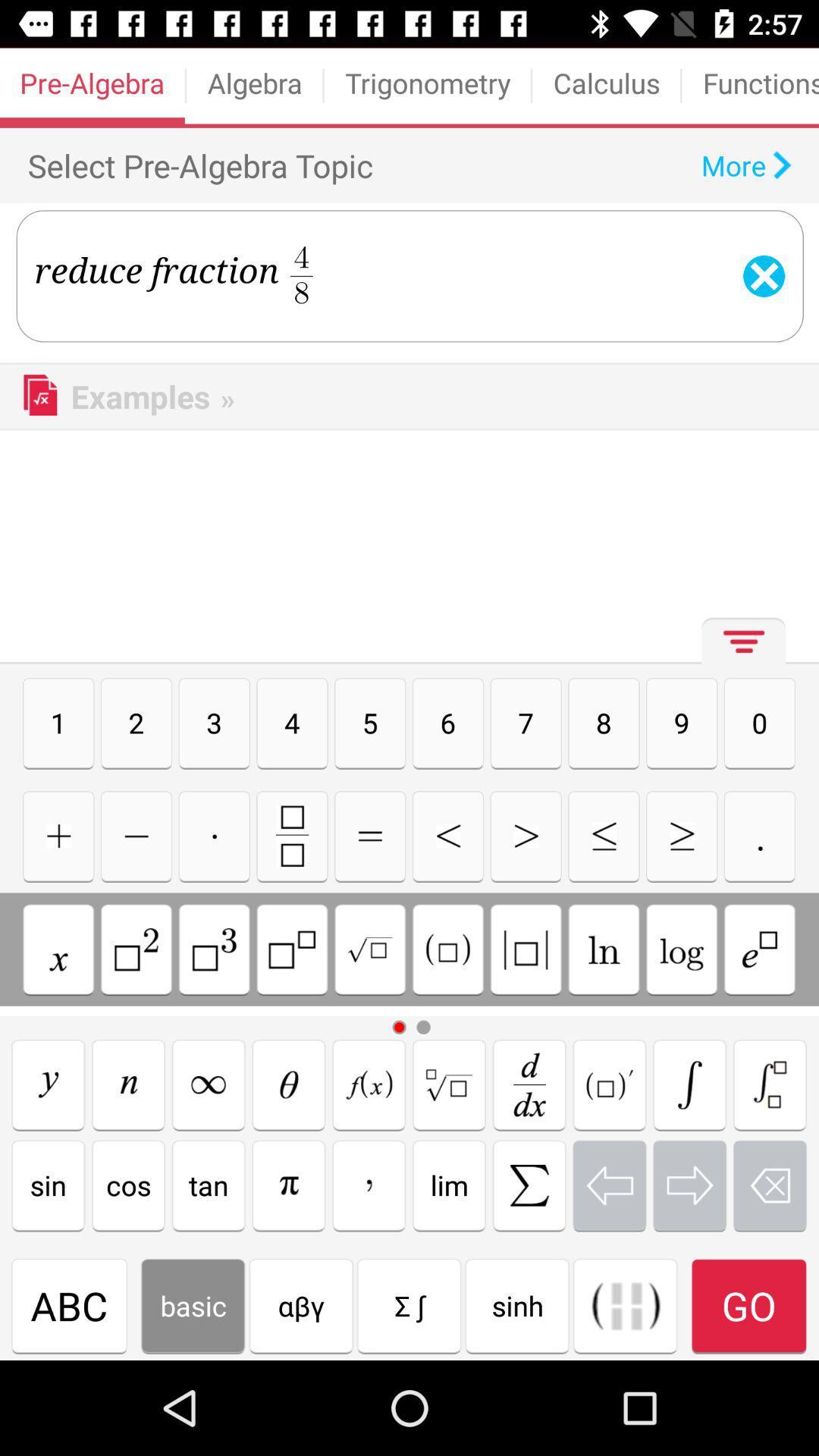 Image resolution: width=819 pixels, height=1456 pixels. I want to click on keywords button, so click(369, 1084).